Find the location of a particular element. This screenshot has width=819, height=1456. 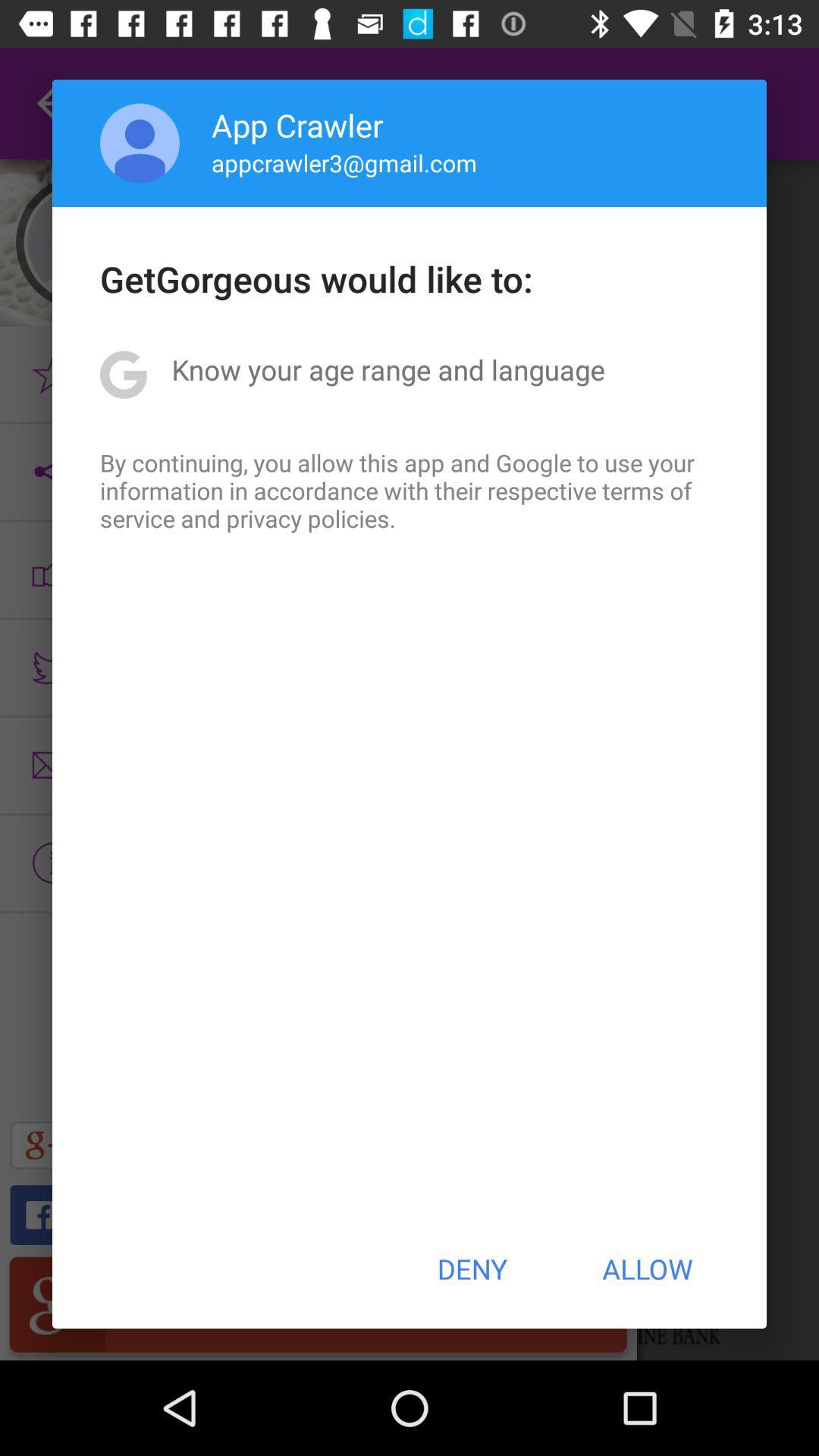

the app below the by continuing you item is located at coordinates (471, 1269).